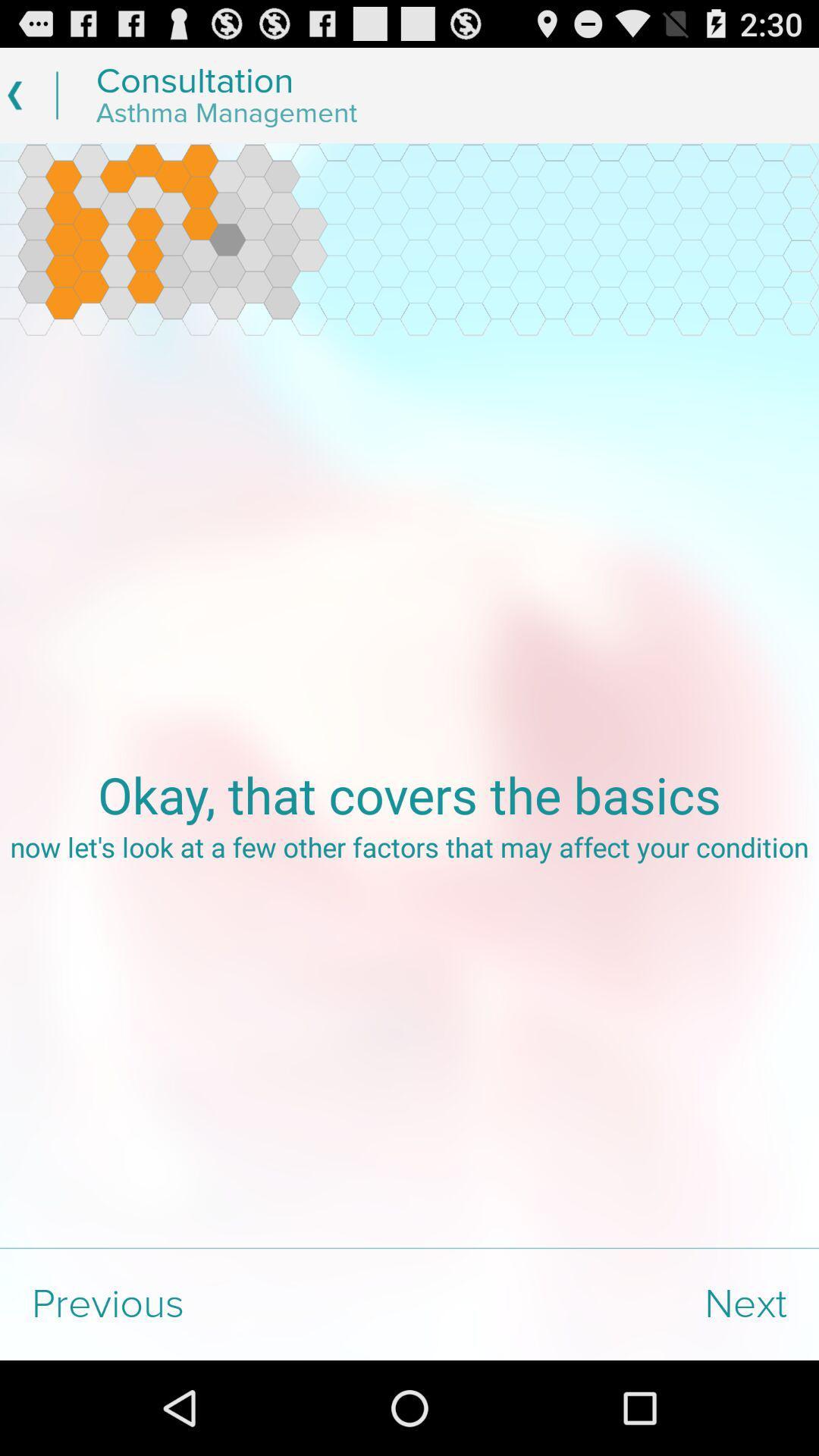  I want to click on previous at the bottom left corner, so click(205, 1304).